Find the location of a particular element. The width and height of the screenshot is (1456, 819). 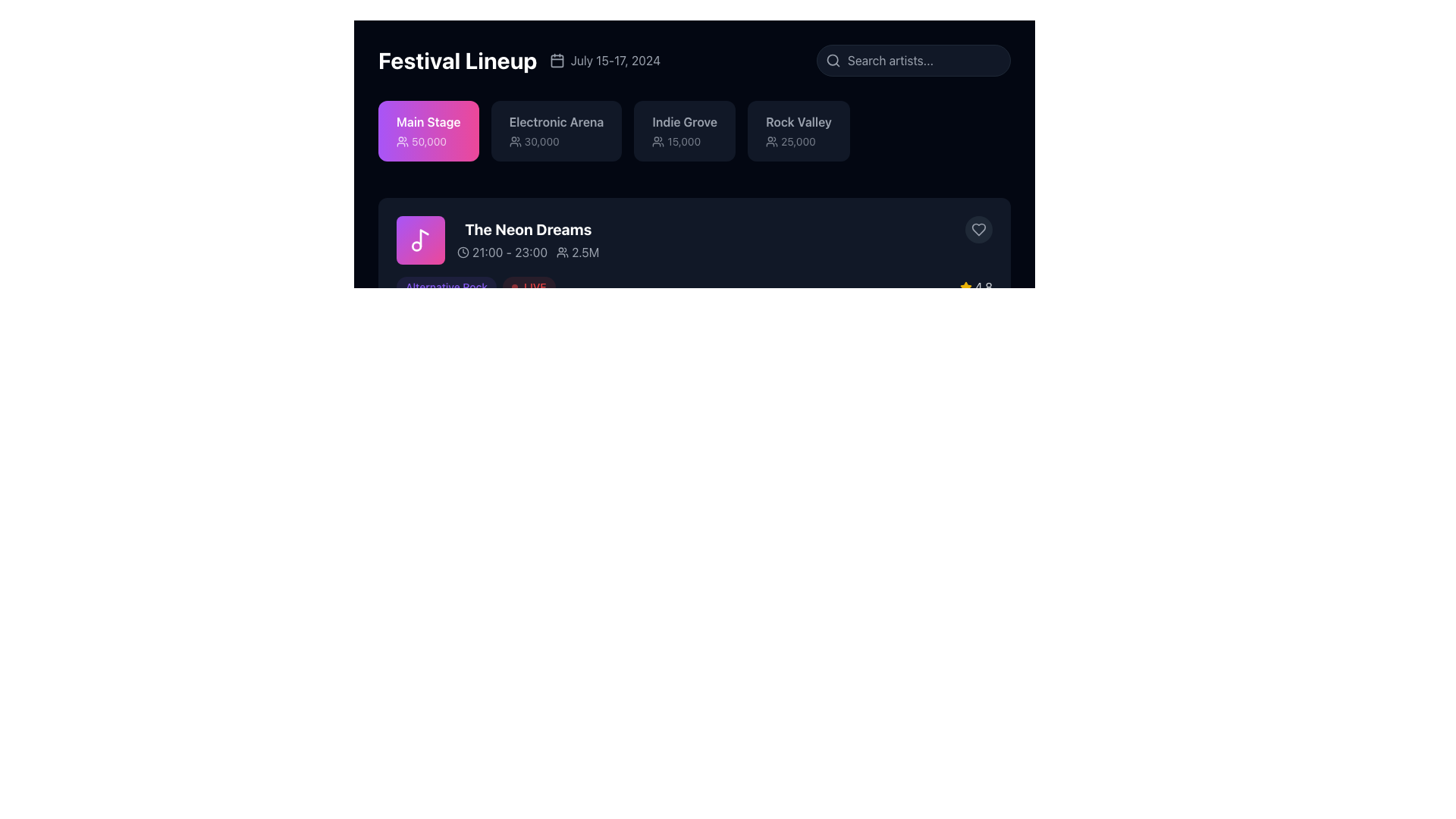

the small circular clock icon located to the left of the text '21:00 - 23:00' in the event details section below the title 'The Neon Dreams' is located at coordinates (462, 251).